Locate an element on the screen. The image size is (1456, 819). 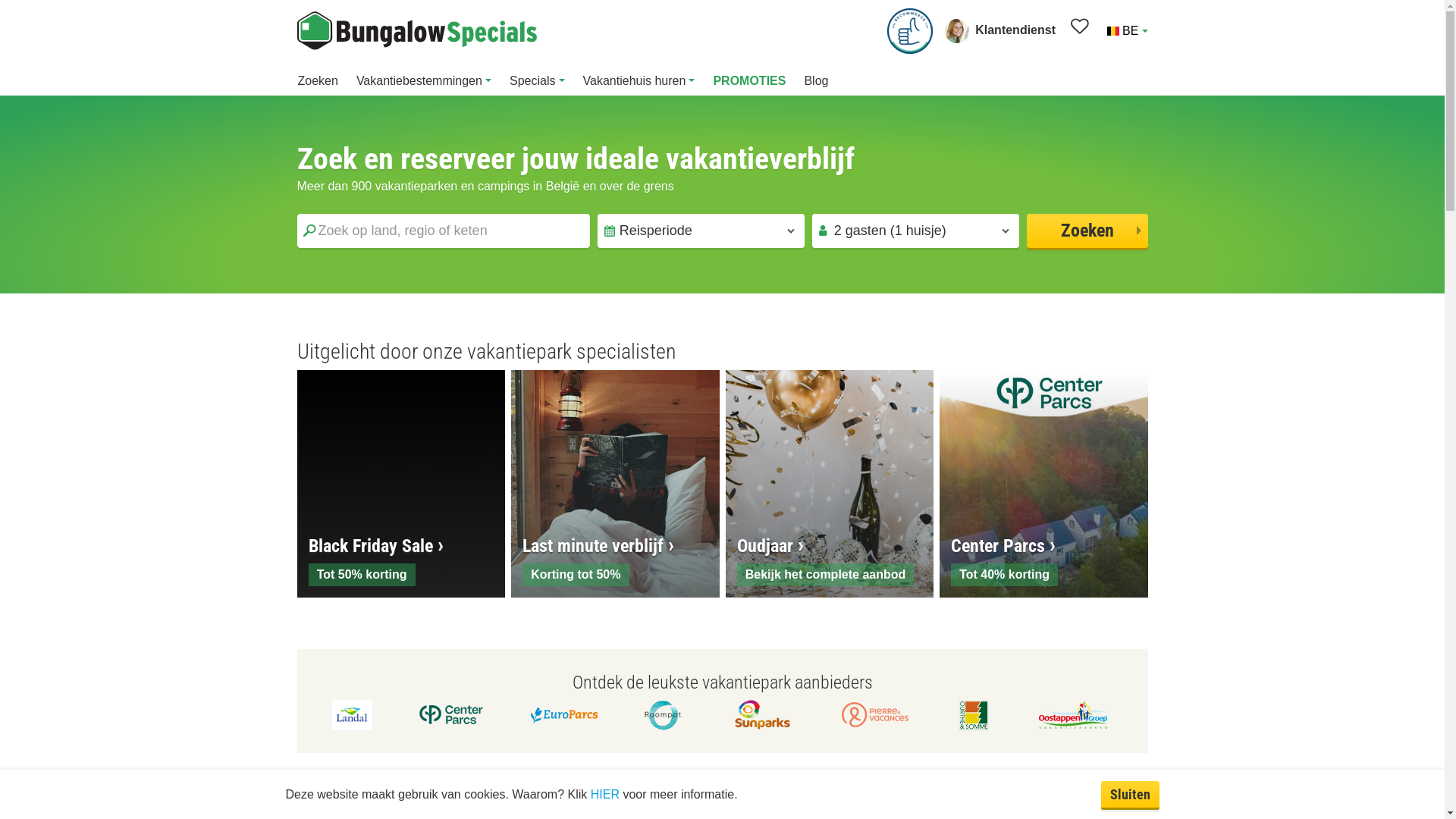
'Sluiten' is located at coordinates (1130, 793).